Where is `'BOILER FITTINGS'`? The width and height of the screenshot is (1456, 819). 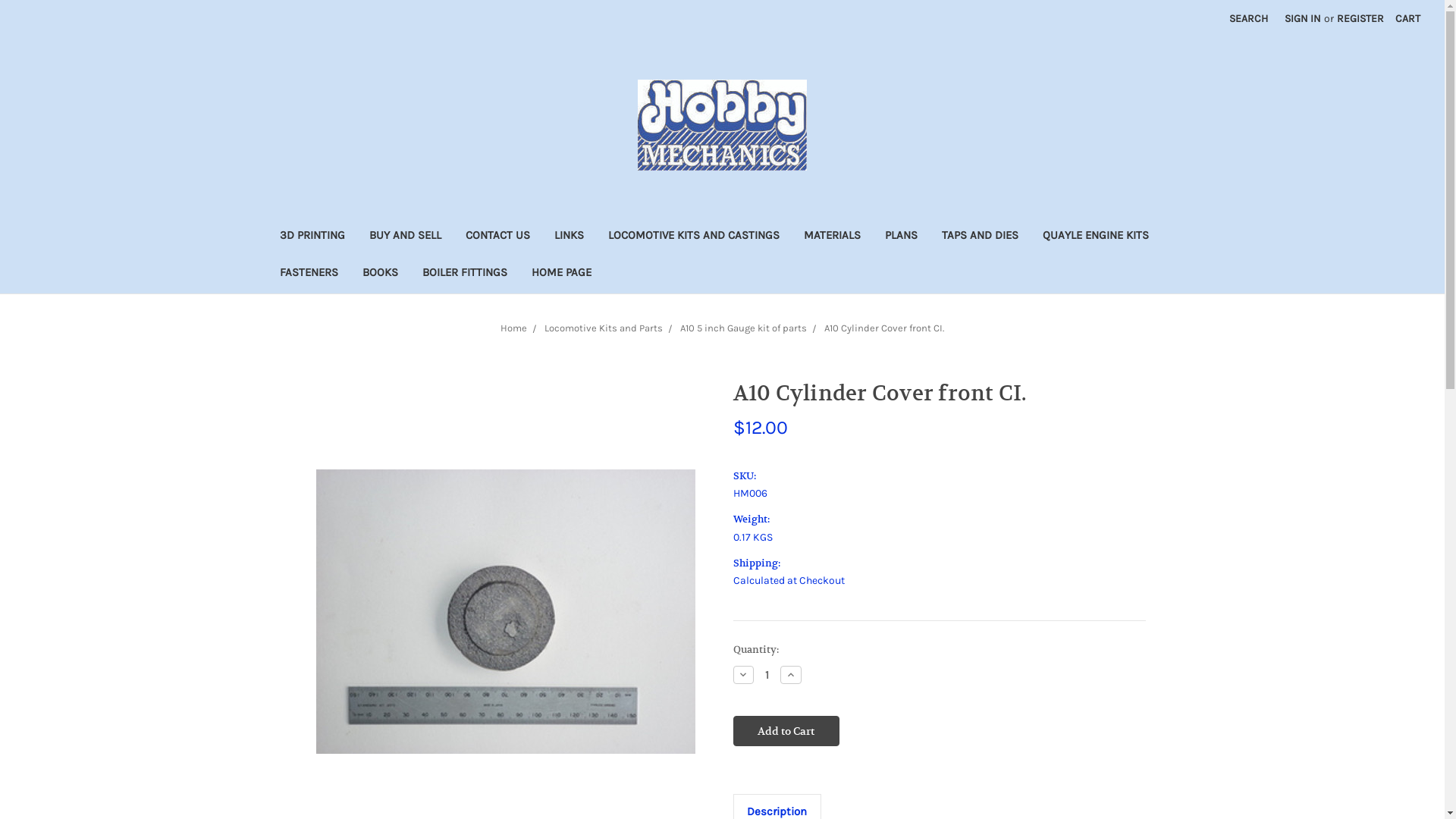
'BOILER FITTINGS' is located at coordinates (463, 274).